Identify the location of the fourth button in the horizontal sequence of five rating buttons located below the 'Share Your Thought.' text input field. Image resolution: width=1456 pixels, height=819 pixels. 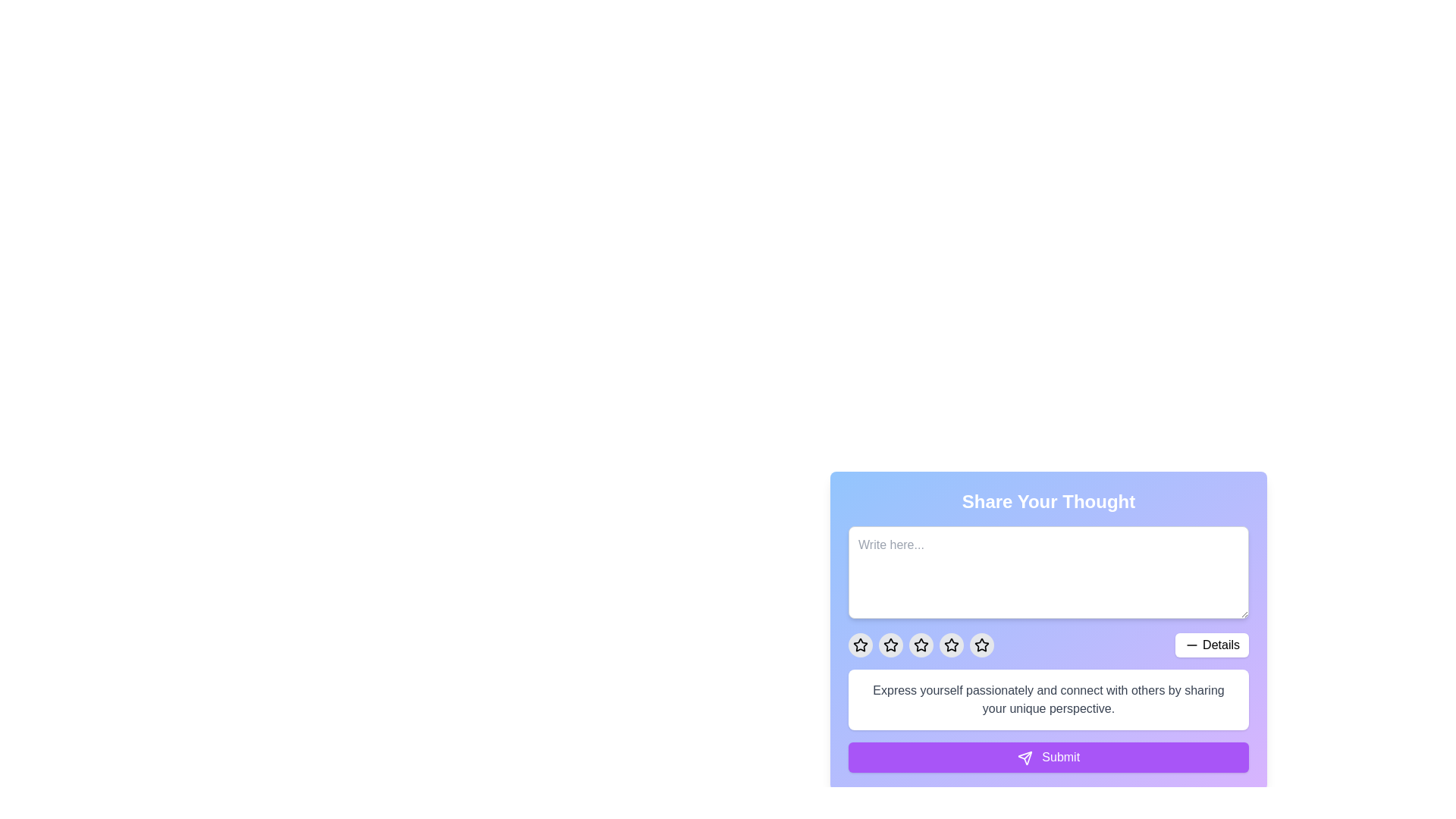
(891, 645).